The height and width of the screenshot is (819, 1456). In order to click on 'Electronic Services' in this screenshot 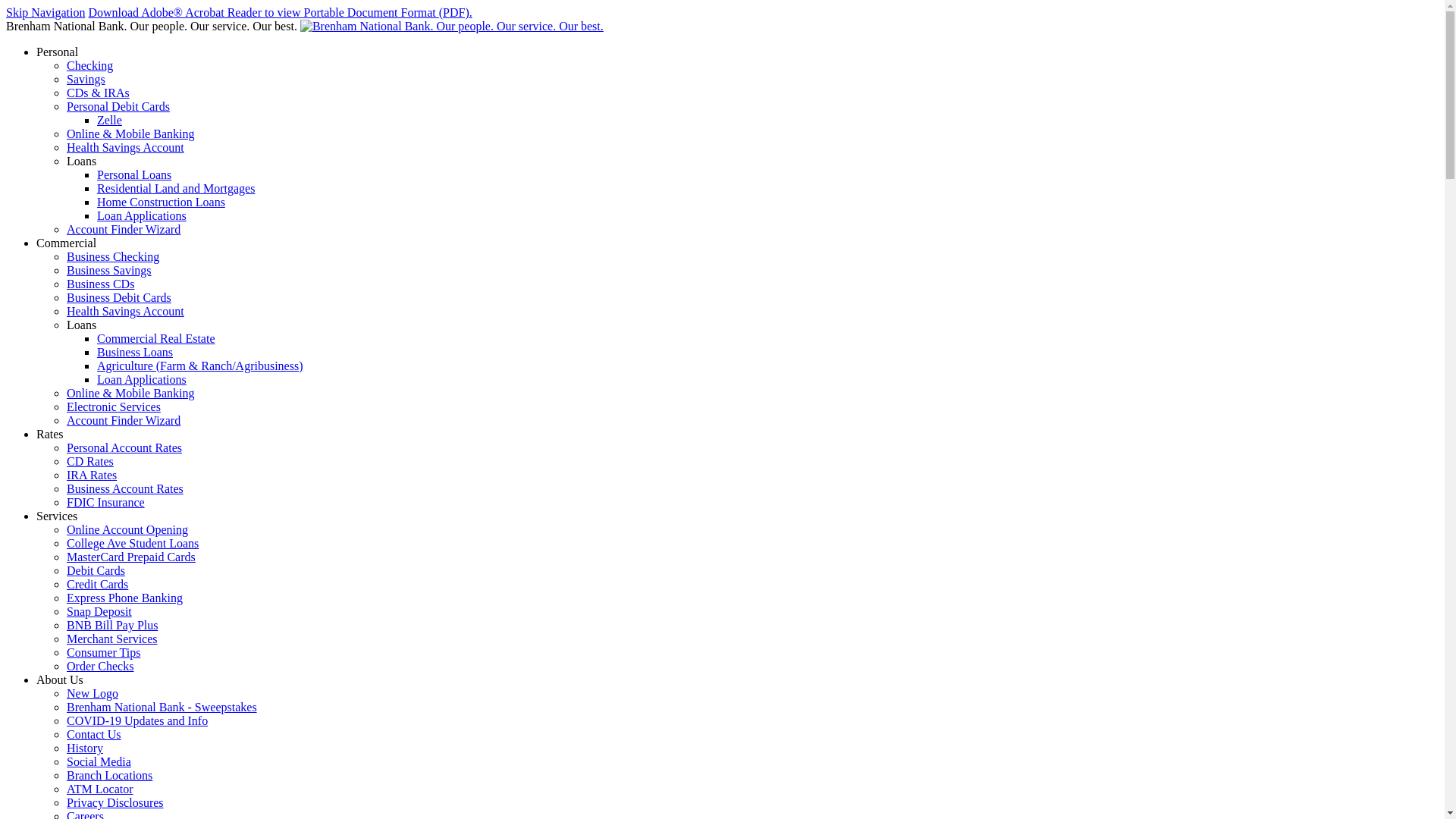, I will do `click(112, 406)`.